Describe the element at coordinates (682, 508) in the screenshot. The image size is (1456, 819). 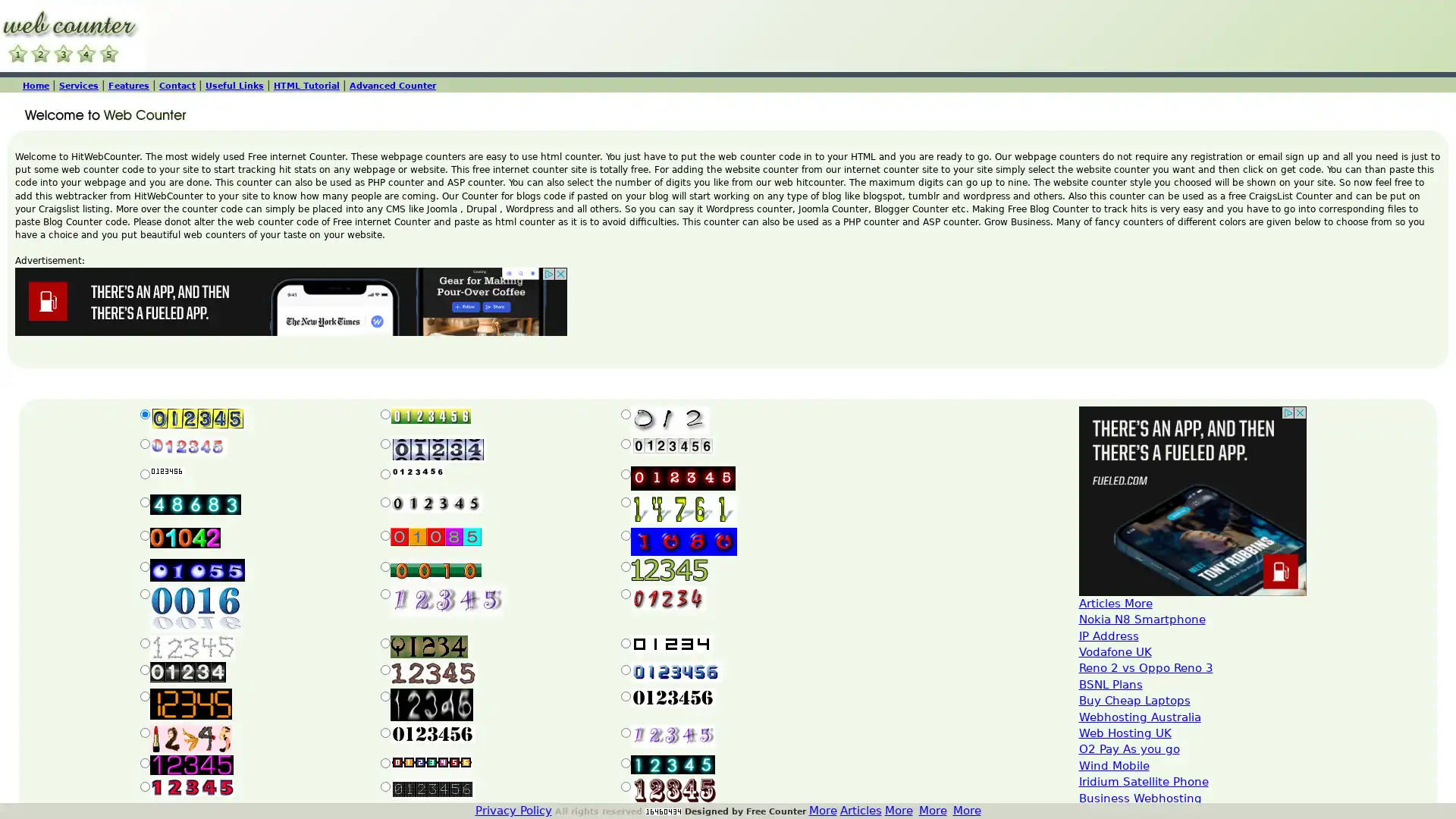
I see `Submit` at that location.